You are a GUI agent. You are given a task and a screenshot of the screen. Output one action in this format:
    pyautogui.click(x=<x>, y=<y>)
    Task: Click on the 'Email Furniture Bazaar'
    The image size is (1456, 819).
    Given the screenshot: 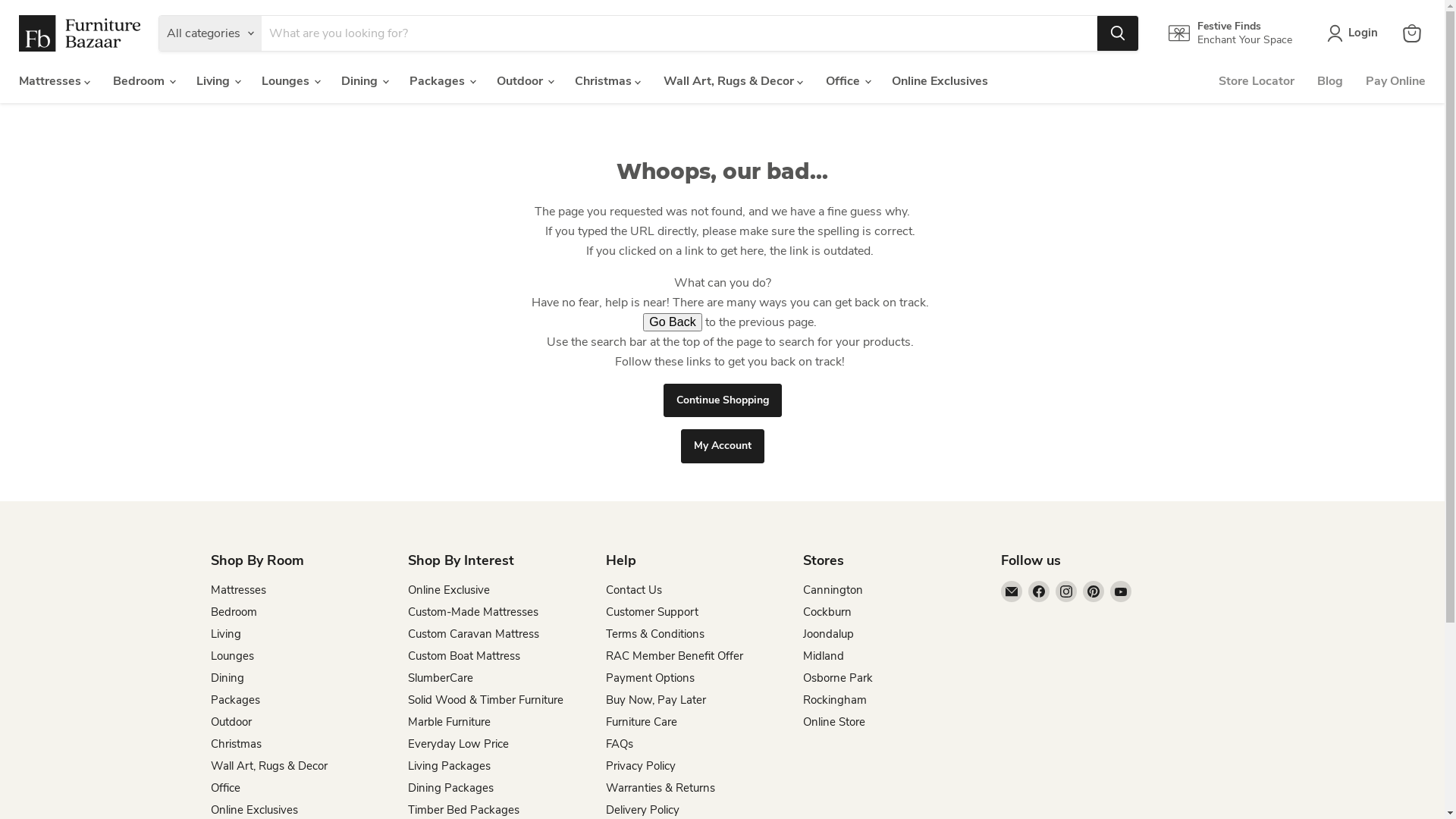 What is the action you would take?
    pyautogui.click(x=1012, y=590)
    